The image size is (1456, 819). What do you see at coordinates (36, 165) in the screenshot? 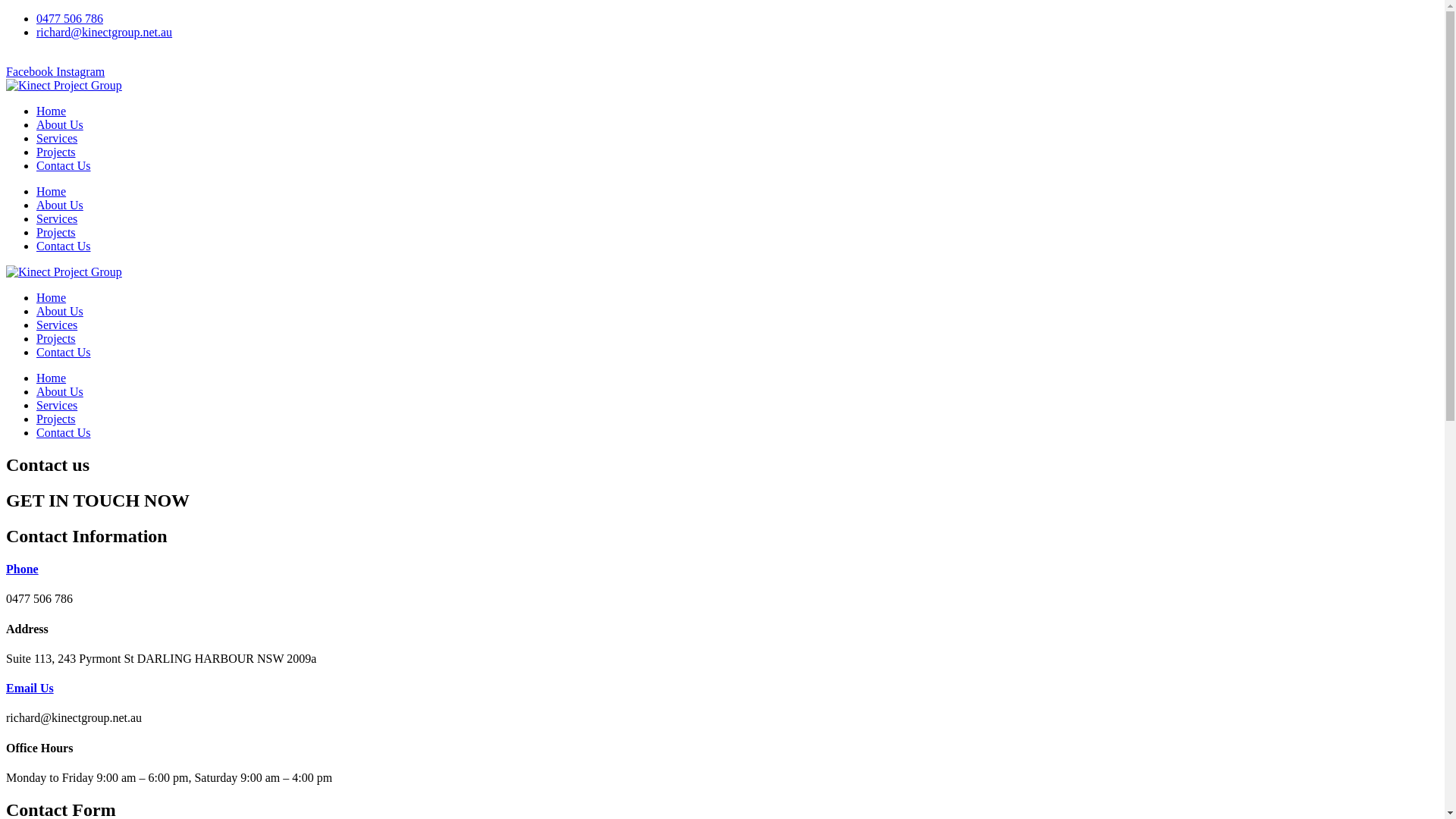
I see `'Contact Us'` at bounding box center [36, 165].